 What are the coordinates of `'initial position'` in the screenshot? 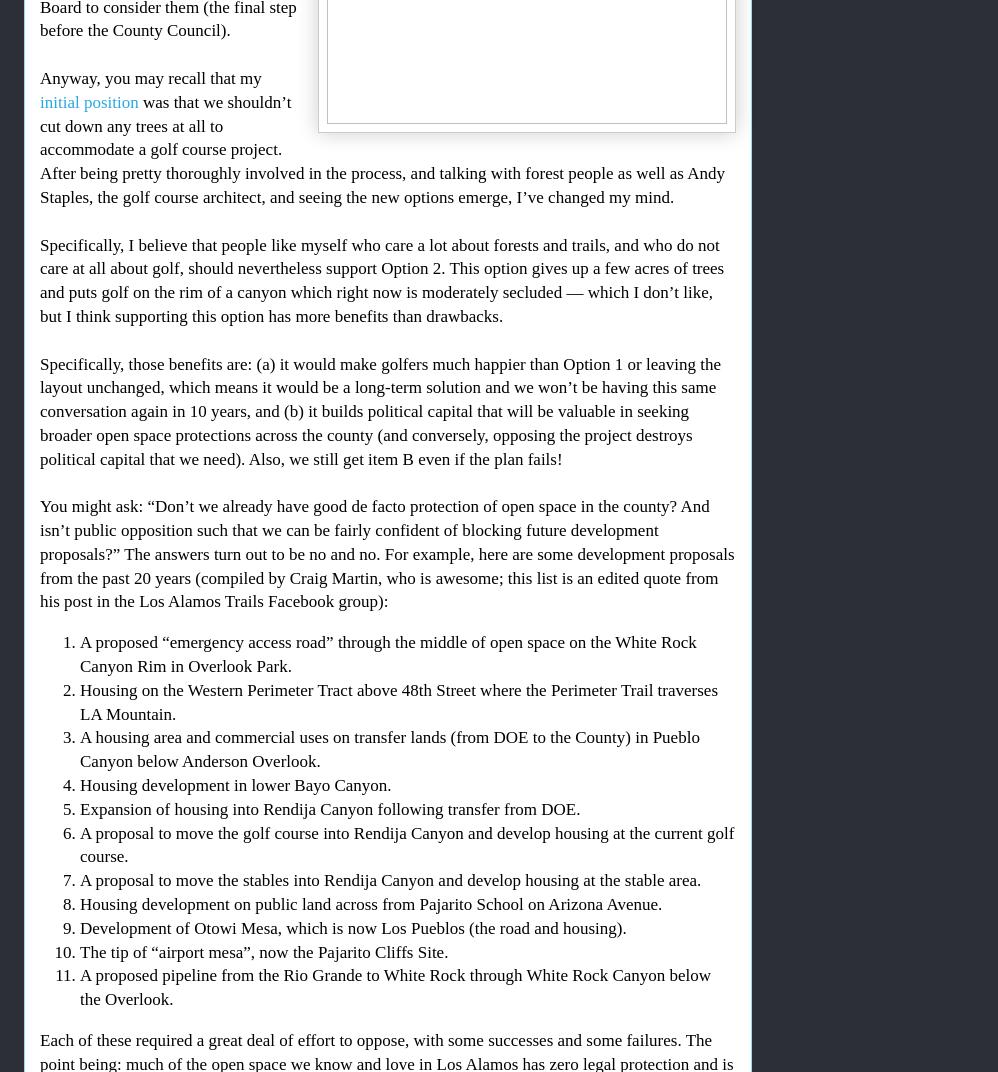 It's located at (88, 101).